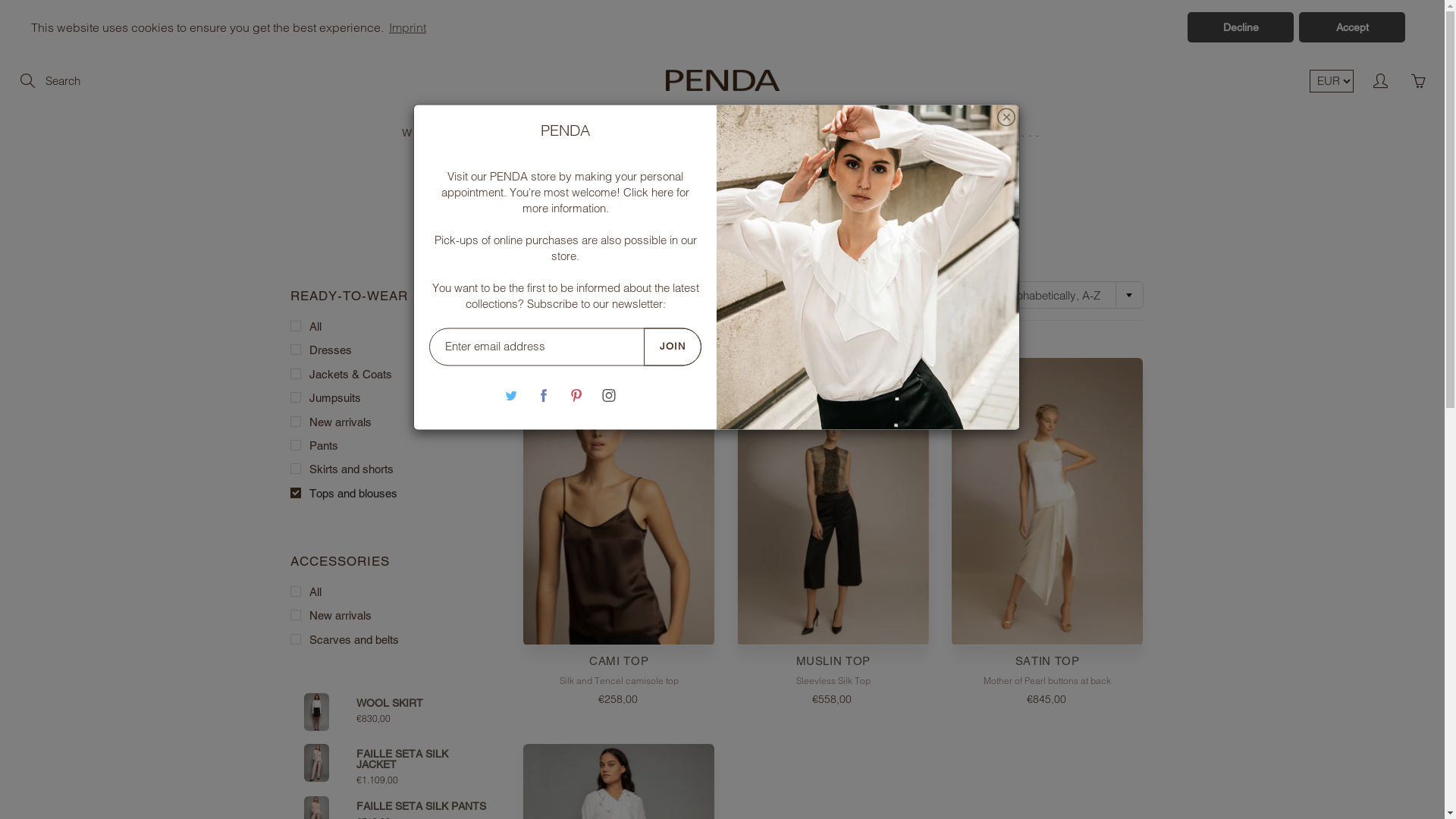 This screenshot has height=819, width=1456. I want to click on 'Click here', so click(648, 191).